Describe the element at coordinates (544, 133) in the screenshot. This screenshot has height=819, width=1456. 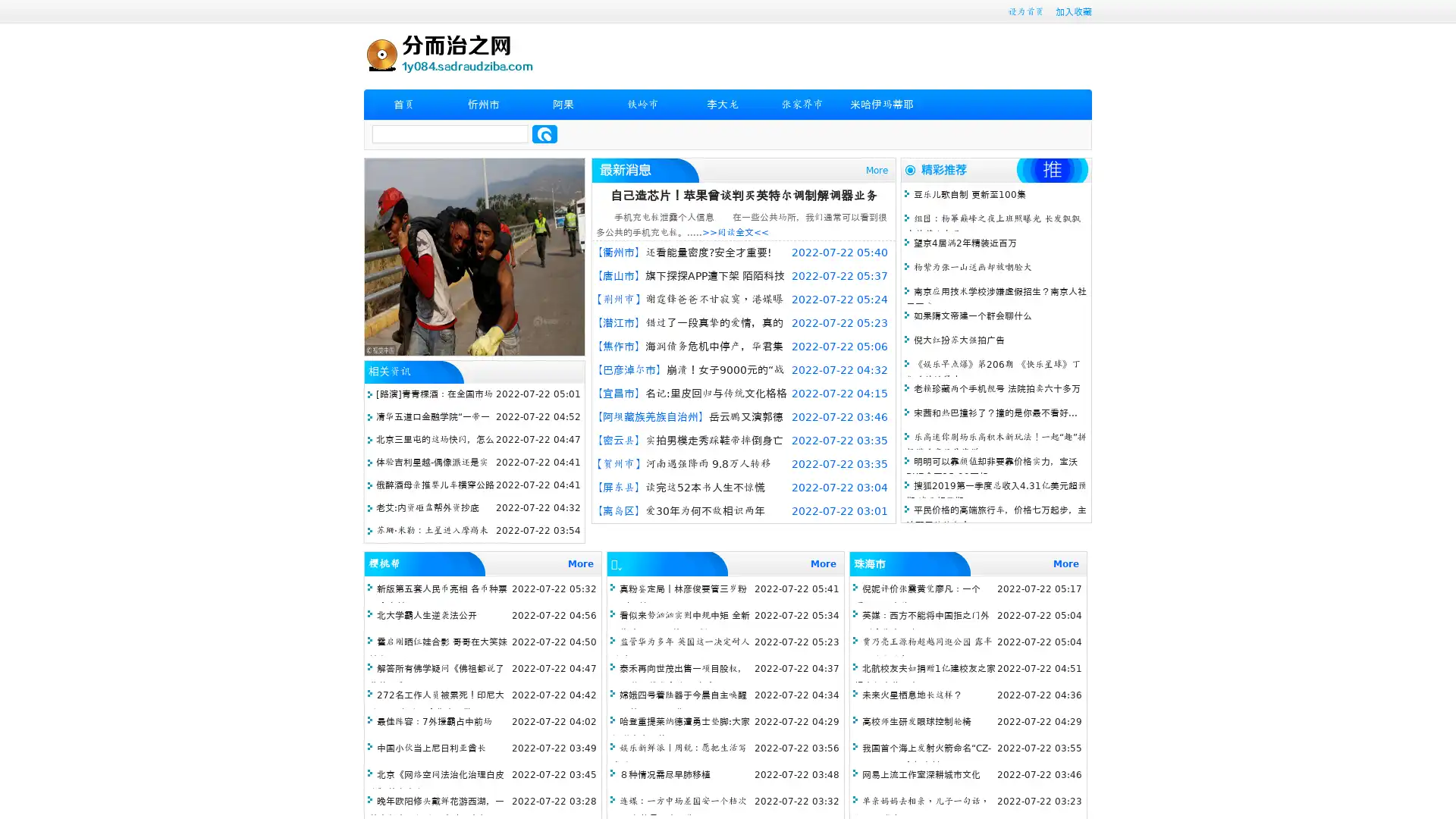
I see `Search` at that location.